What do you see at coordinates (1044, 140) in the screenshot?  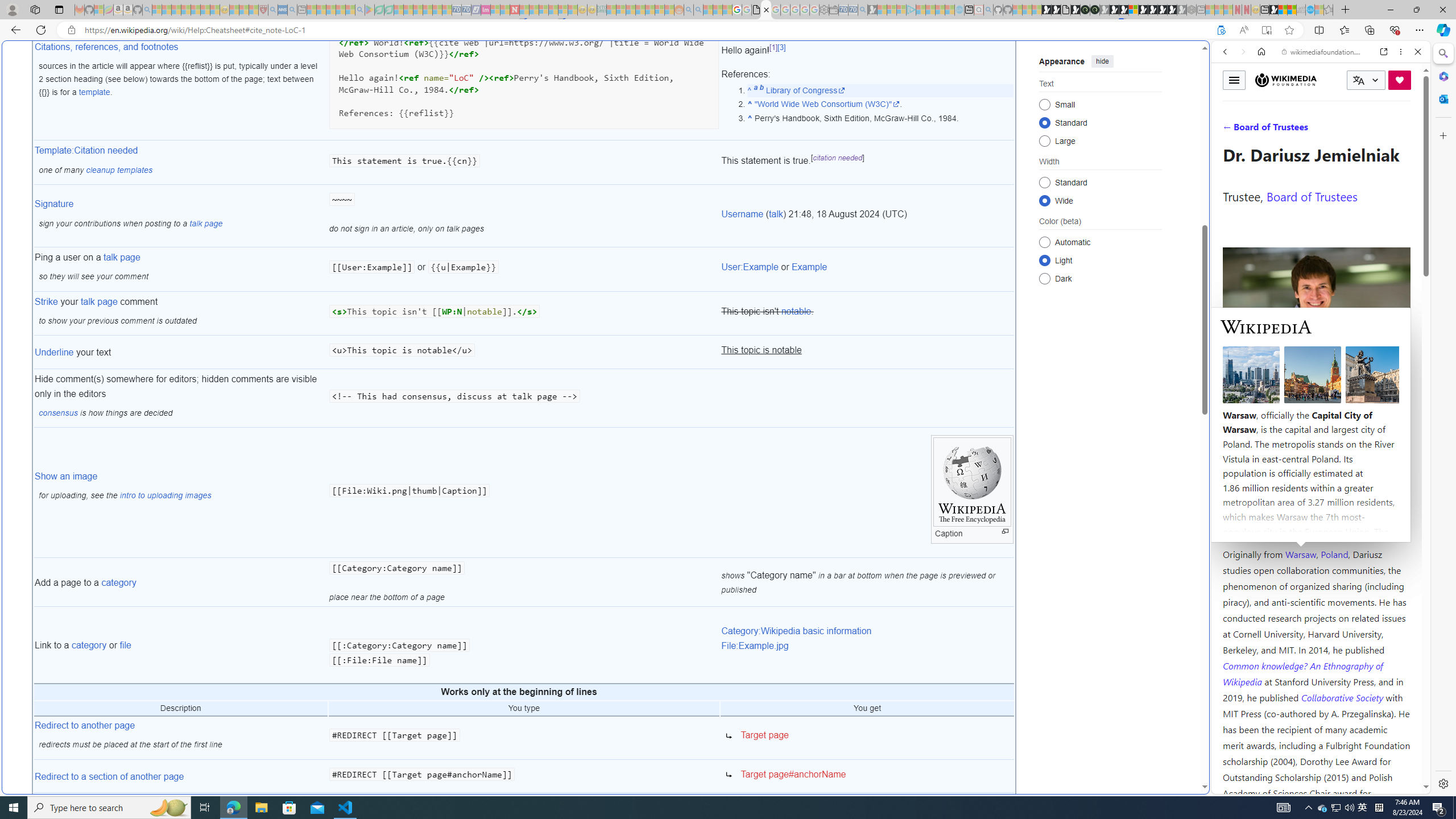 I see `'Large'` at bounding box center [1044, 140].